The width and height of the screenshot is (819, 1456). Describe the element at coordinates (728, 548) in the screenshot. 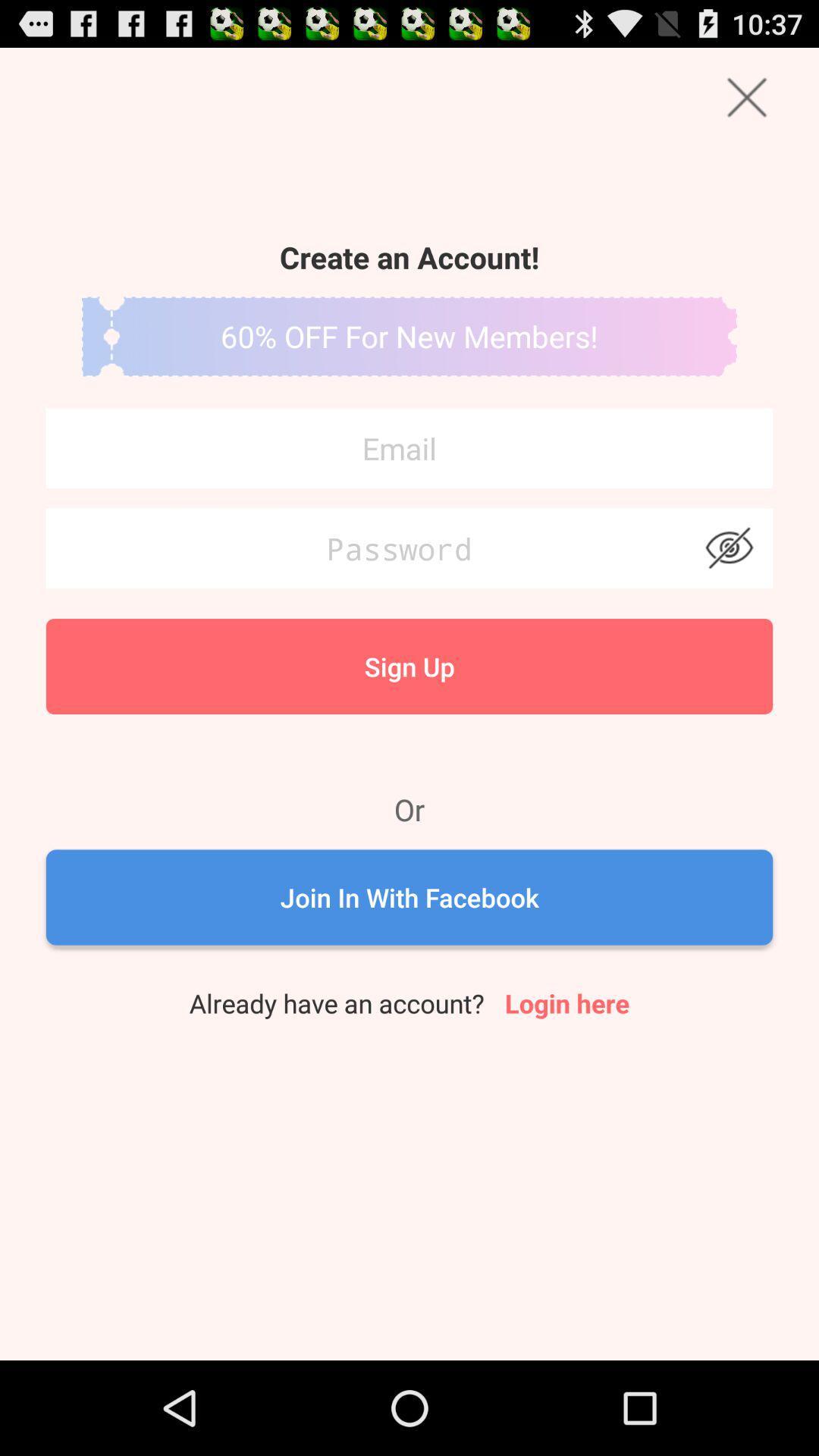

I see `hide/unhide password` at that location.